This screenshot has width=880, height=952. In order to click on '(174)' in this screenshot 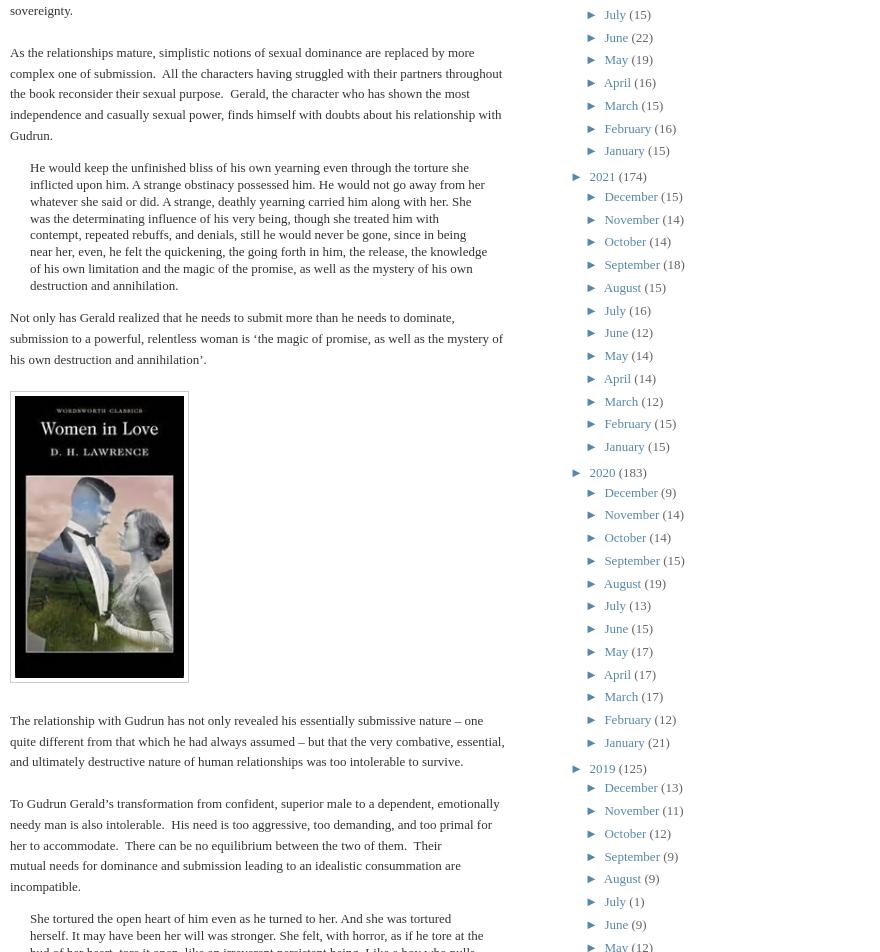, I will do `click(632, 176)`.